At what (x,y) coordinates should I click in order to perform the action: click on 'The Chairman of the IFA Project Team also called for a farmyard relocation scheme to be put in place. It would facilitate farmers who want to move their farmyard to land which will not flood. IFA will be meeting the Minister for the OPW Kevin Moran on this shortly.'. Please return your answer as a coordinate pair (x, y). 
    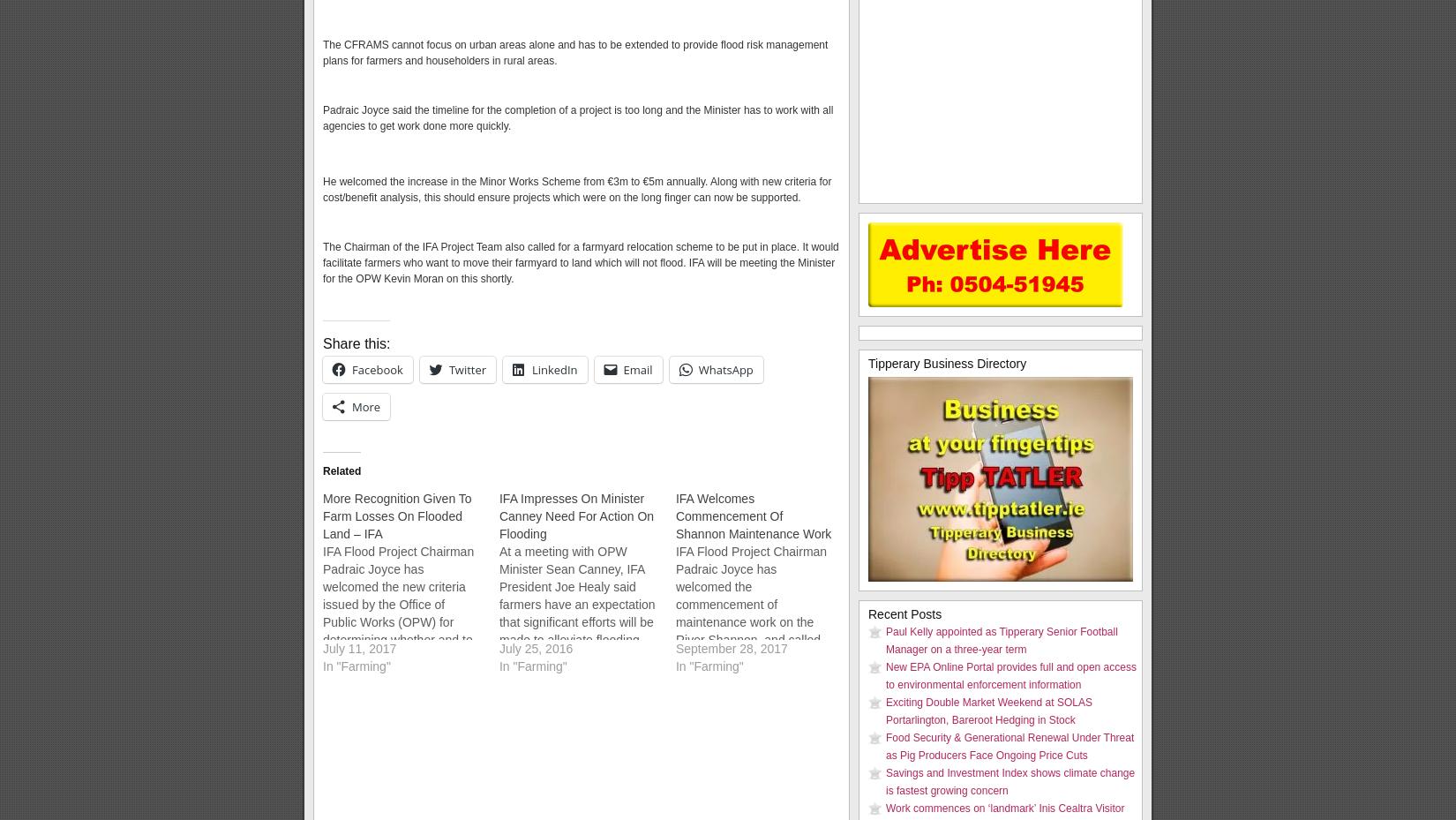
    Looking at the image, I should click on (322, 263).